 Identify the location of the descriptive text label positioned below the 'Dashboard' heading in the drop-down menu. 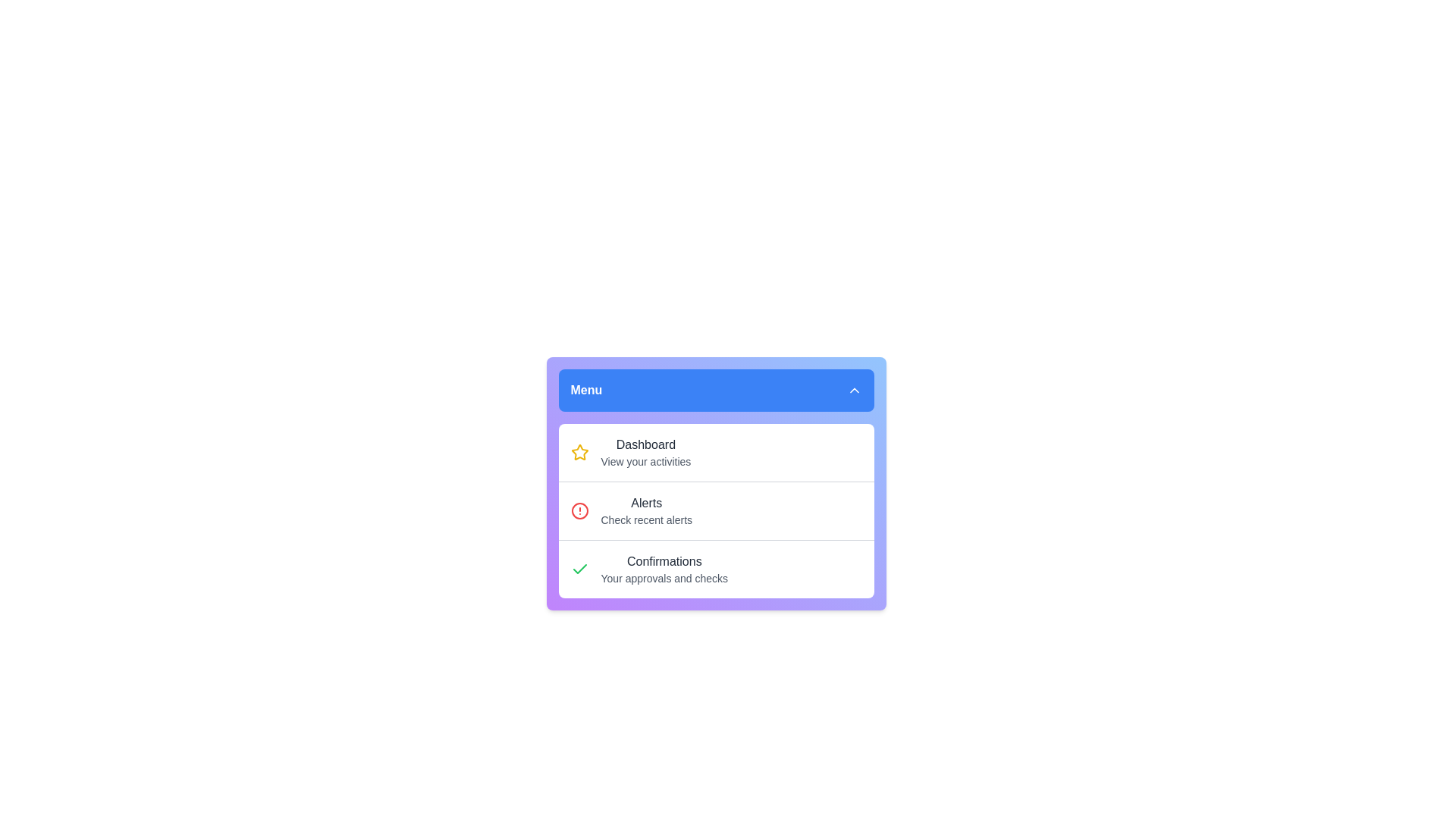
(645, 461).